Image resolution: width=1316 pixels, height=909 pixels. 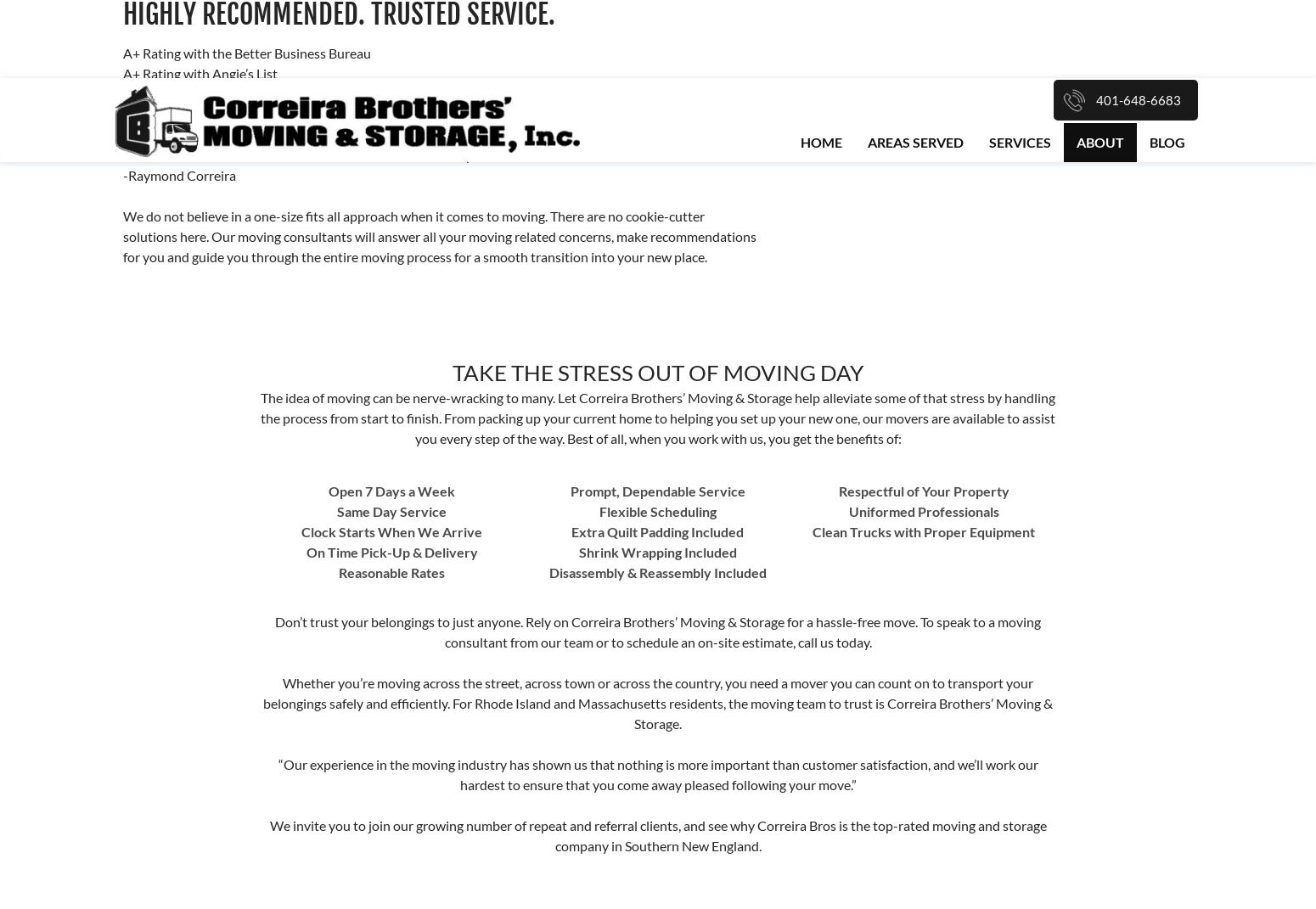 I want to click on 'Correira Bros, Inc. is fully licensed, bonded and insured. Correira Bros, Inc. carries general liability insurance, cargo coverage and workers’ compensation. Correira Bros, Inc. is licensed by the Federal Motor Carrier Safety Administration U.S. DOT # 3095364, MC # 74304.', so click(x=127, y=486).